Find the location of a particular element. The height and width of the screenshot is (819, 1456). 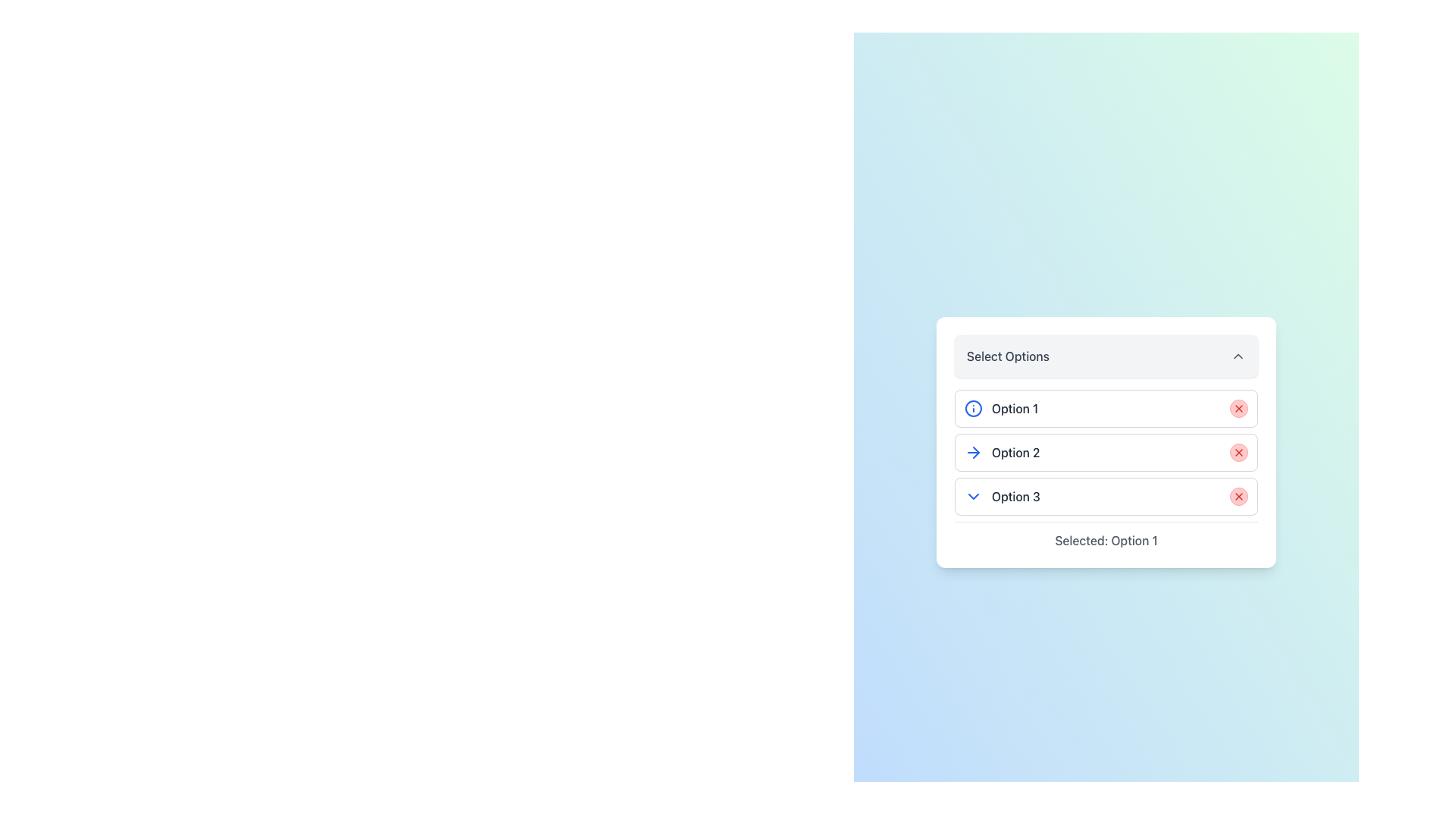

the text label that reads 'Selected: Option 1', styled with a medium-sized gray font, located at the bottom of a white rectangular panel containing multiple options is located at coordinates (1106, 539).